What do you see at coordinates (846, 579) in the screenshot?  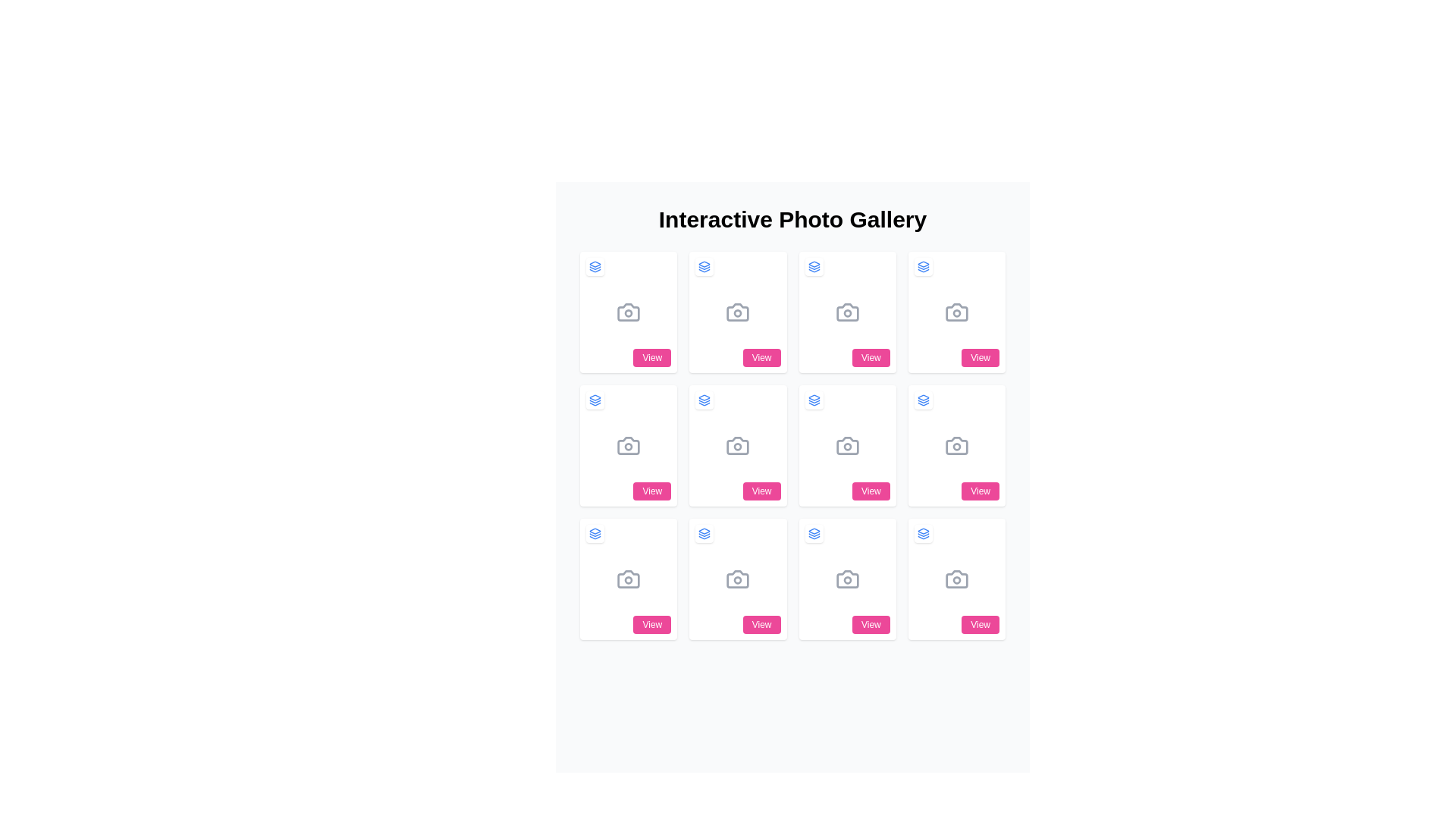 I see `the camera icon in the 10th image placeholder of the interactive photo gallery, located in the second column and fourth row` at bounding box center [846, 579].